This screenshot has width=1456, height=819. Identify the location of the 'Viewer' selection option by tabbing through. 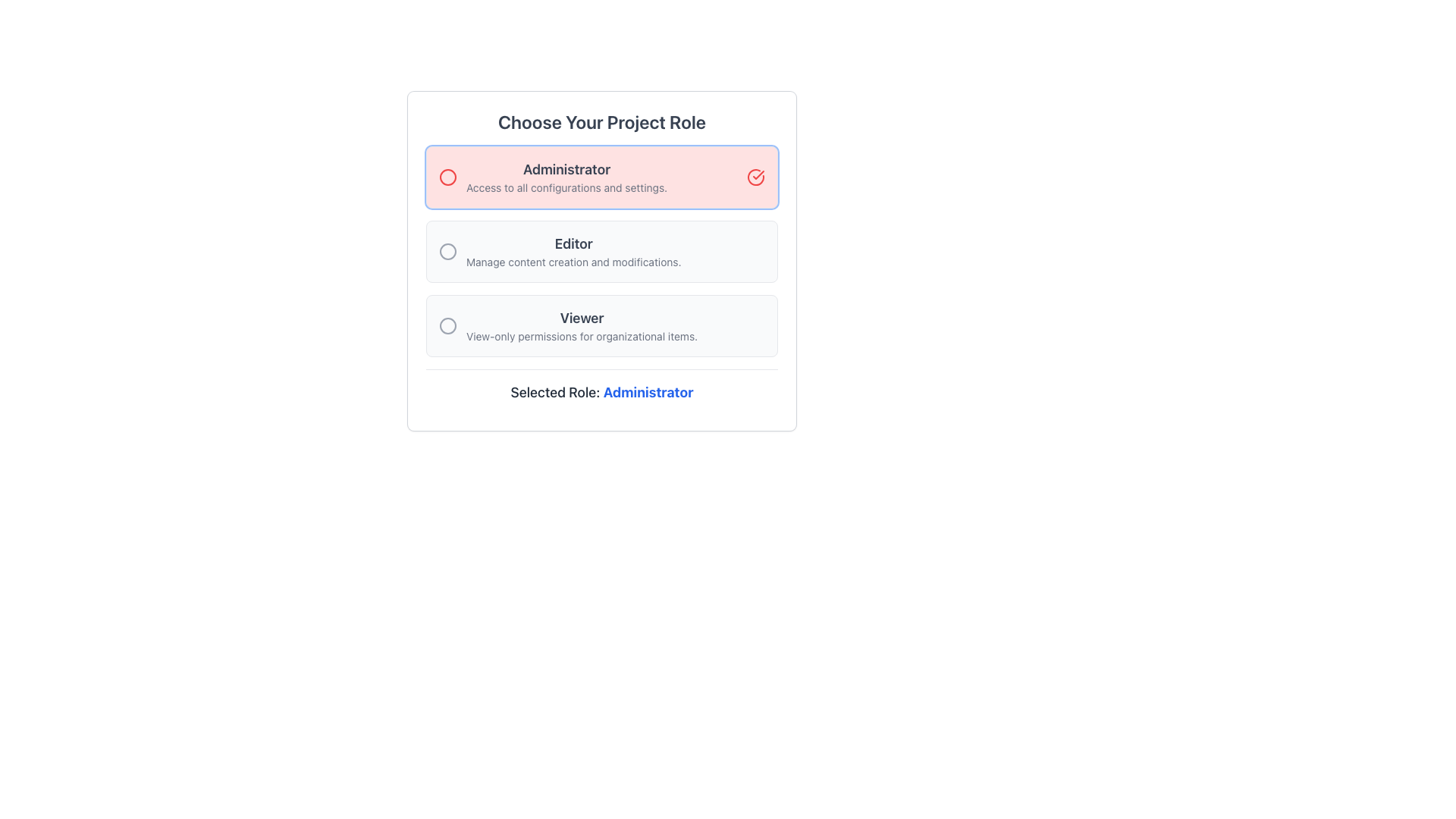
(567, 325).